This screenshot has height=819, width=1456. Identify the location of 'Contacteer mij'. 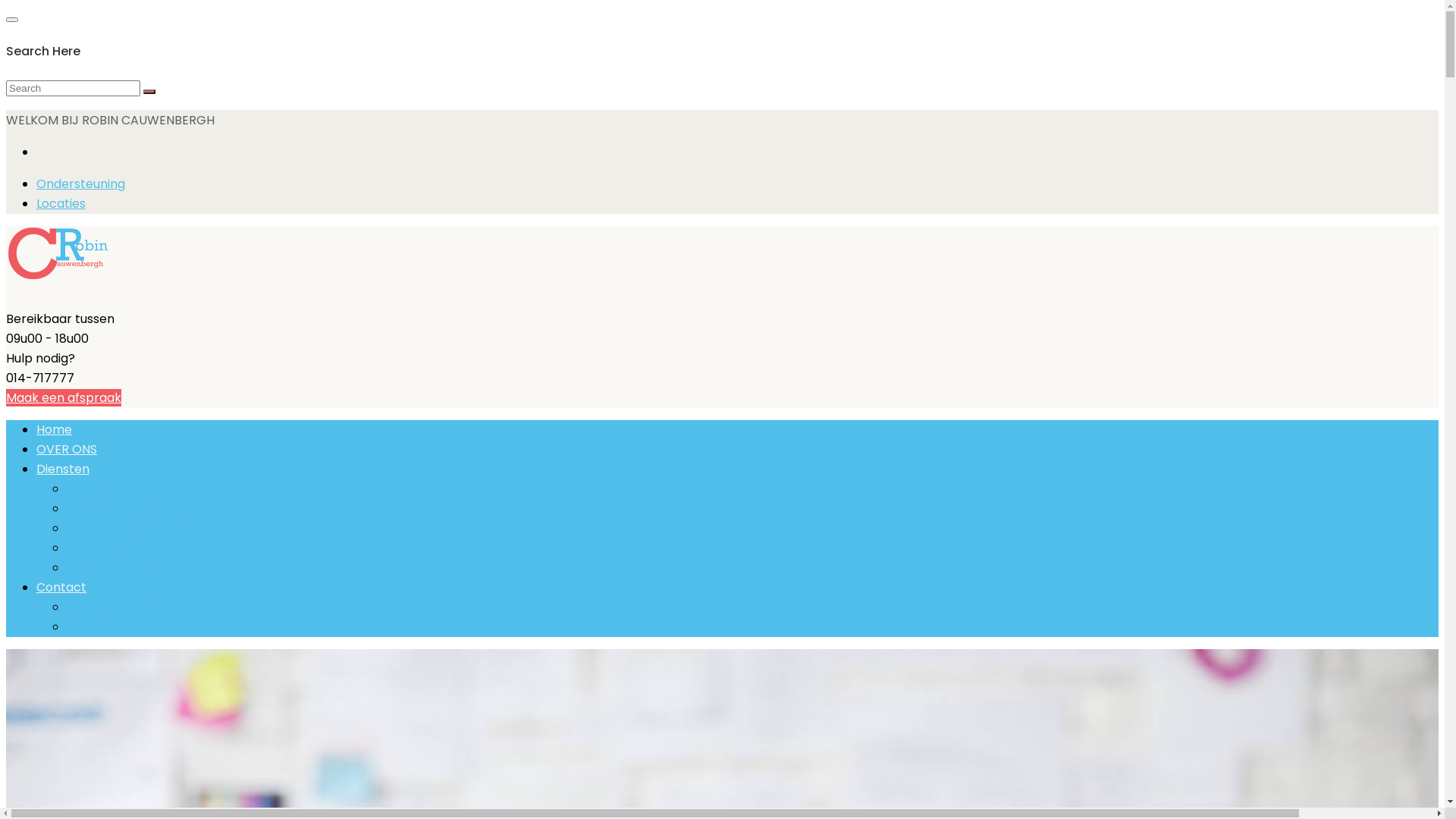
(111, 606).